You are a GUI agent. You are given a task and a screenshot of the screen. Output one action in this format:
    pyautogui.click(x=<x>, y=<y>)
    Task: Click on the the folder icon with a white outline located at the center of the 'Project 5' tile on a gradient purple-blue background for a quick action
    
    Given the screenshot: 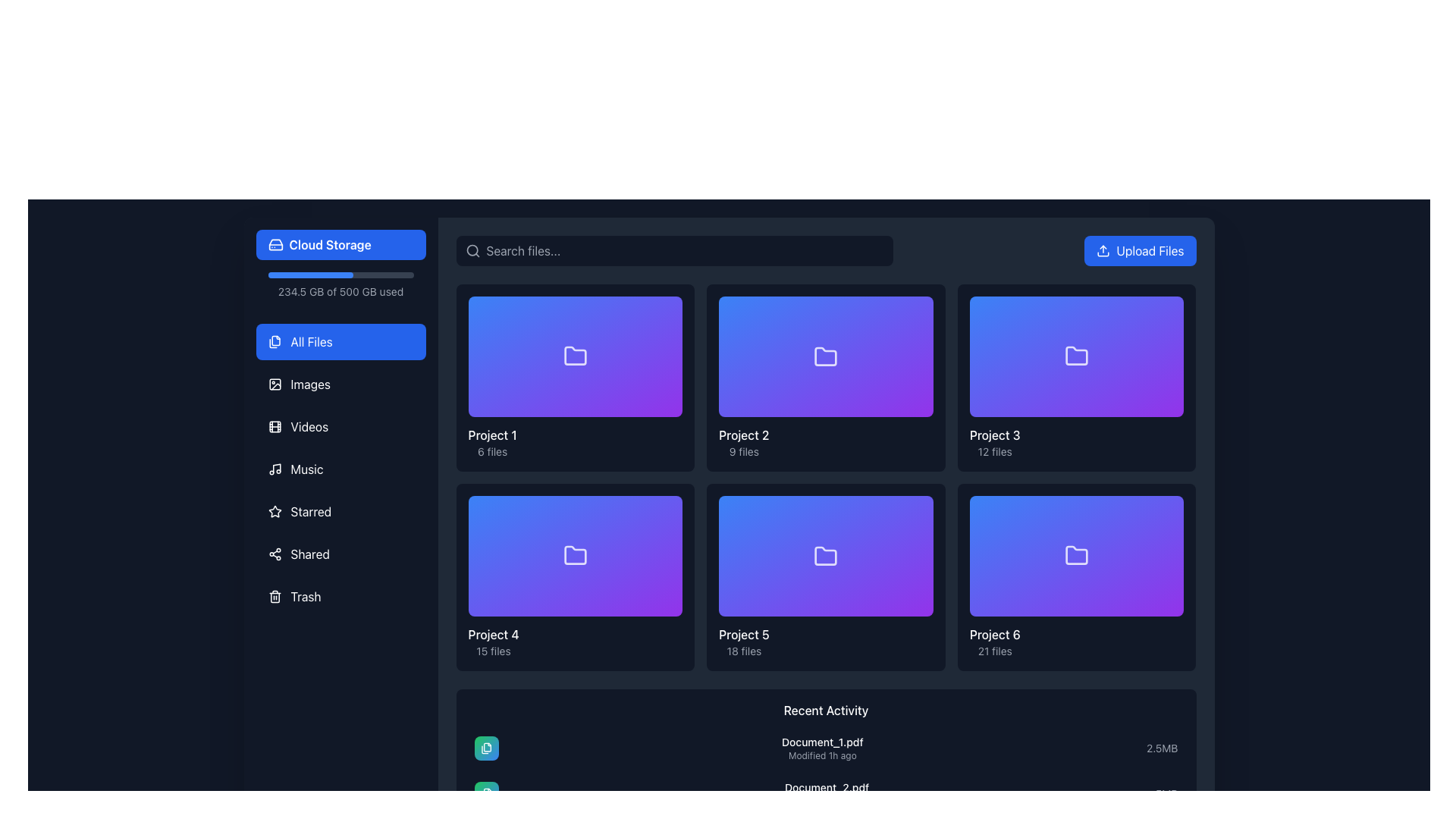 What is the action you would take?
    pyautogui.click(x=825, y=556)
    